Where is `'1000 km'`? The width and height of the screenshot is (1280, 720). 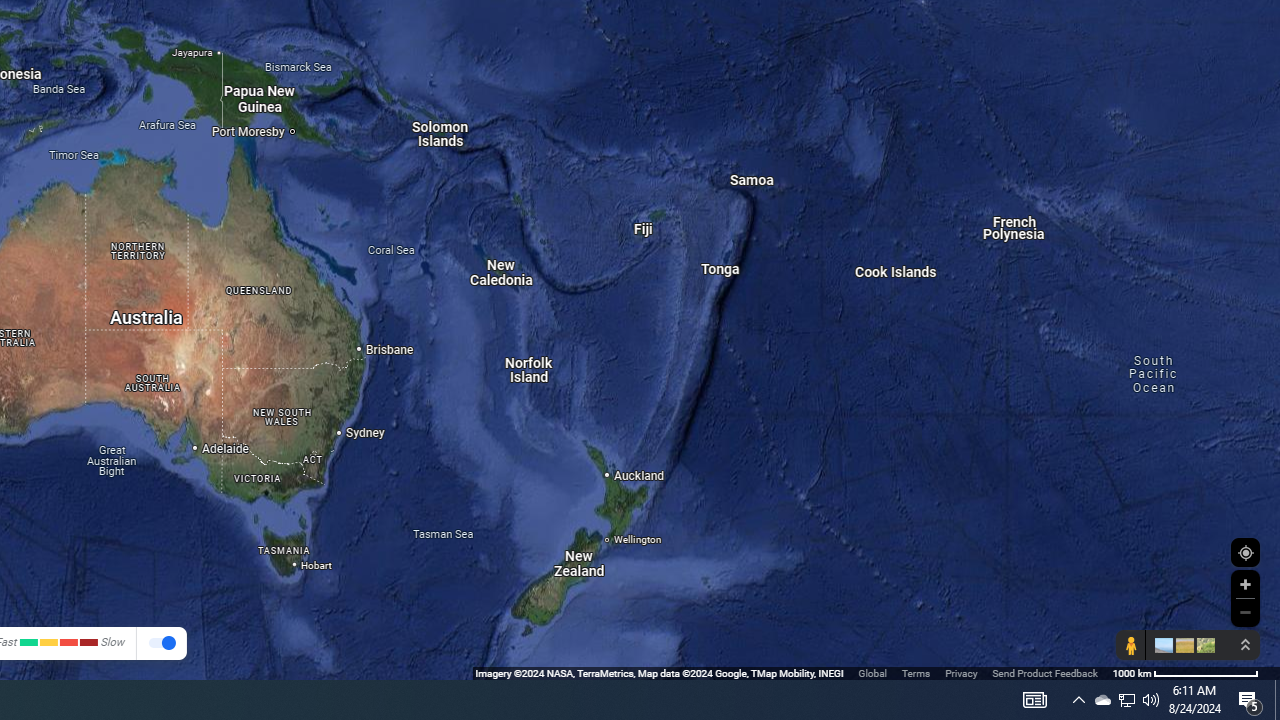 '1000 km' is located at coordinates (1185, 673).